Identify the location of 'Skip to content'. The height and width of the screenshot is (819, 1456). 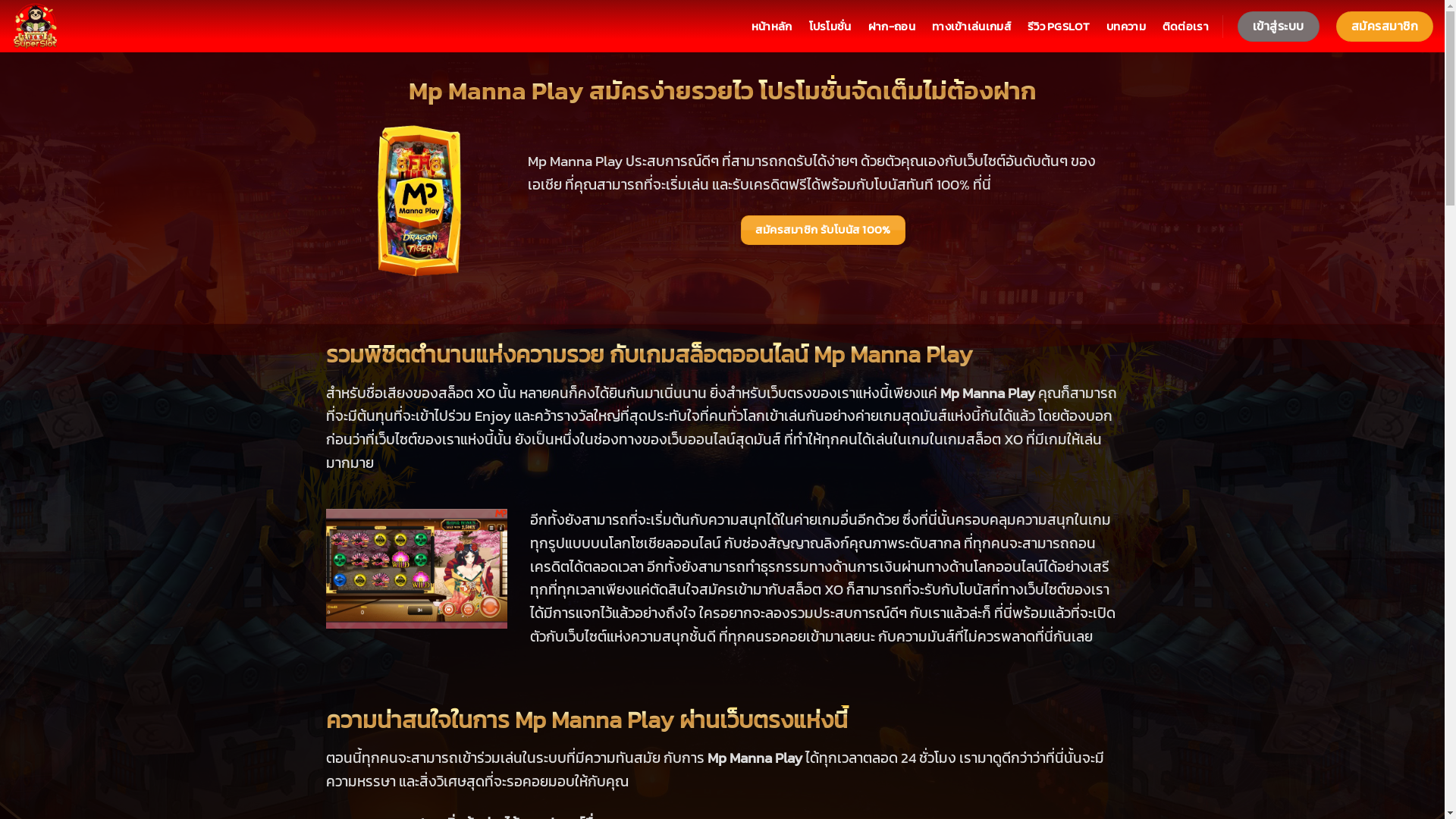
(0, 0).